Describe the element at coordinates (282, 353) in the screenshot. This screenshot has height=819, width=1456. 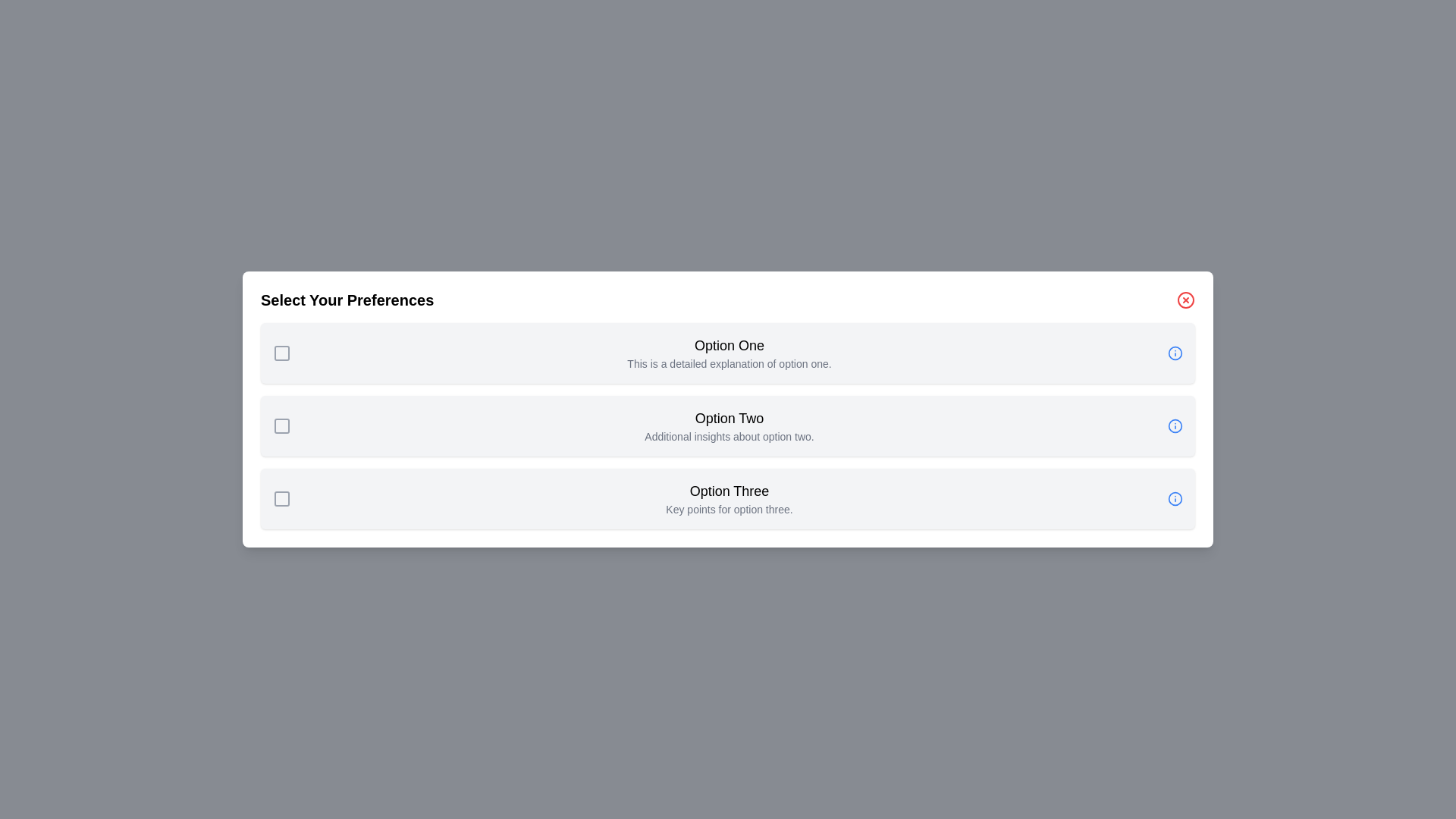
I see `the small square checkbox with a light gray border and blank white background located near the top-left corner of the 'Option One' section` at that location.